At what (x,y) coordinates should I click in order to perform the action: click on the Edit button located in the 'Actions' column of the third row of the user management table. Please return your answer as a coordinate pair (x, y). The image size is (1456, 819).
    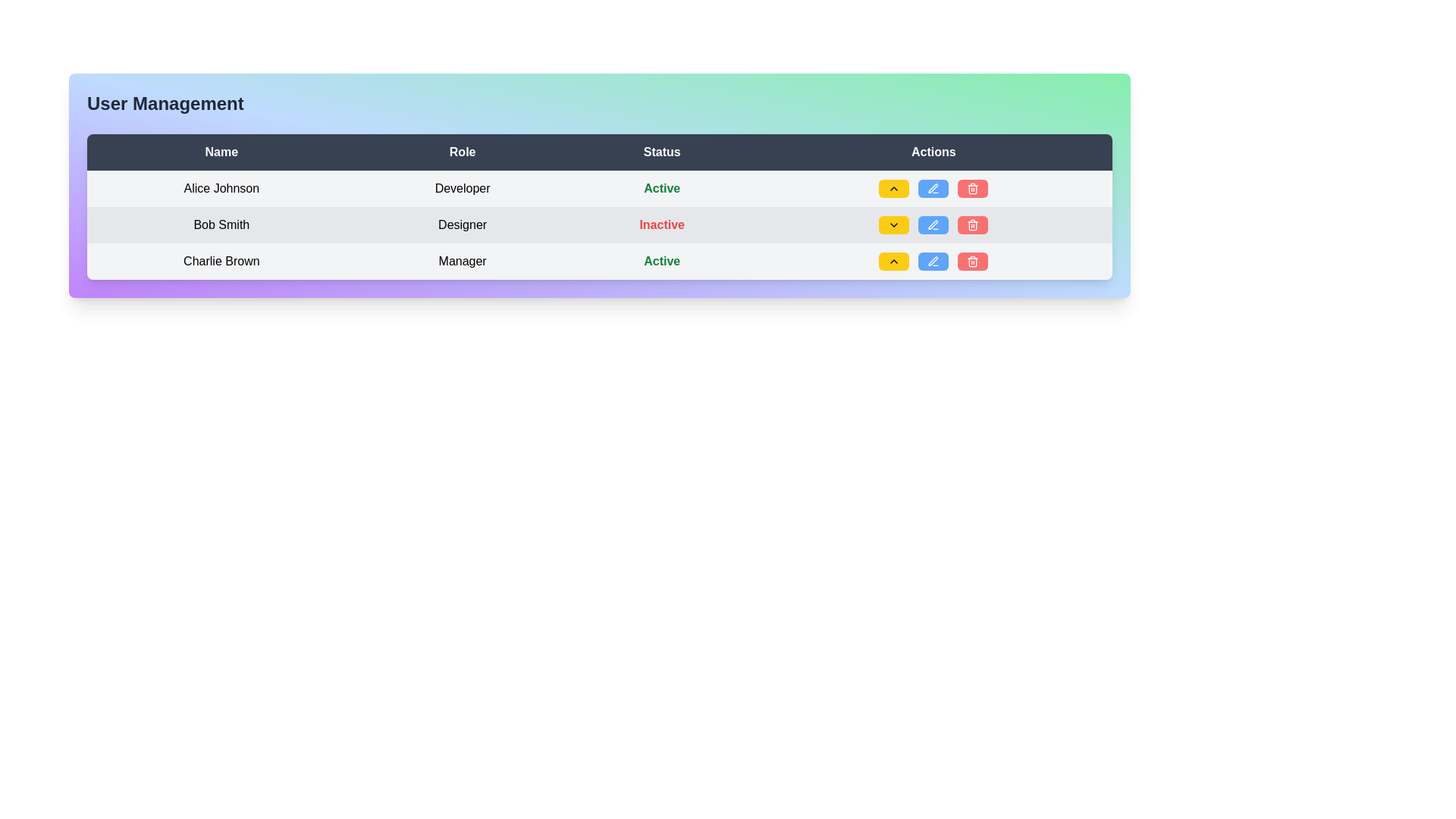
    Looking at the image, I should click on (933, 260).